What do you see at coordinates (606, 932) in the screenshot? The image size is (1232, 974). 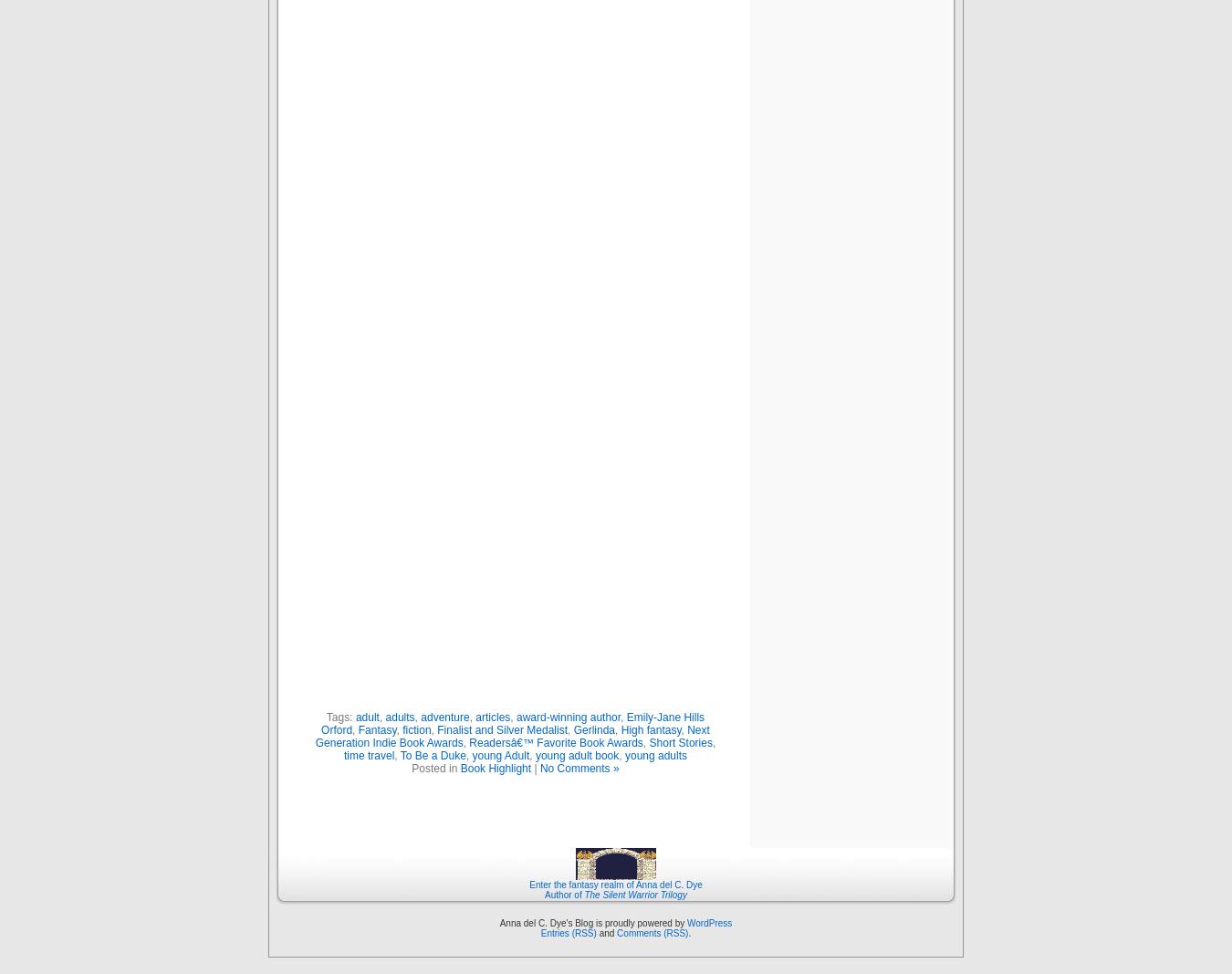 I see `'and'` at bounding box center [606, 932].